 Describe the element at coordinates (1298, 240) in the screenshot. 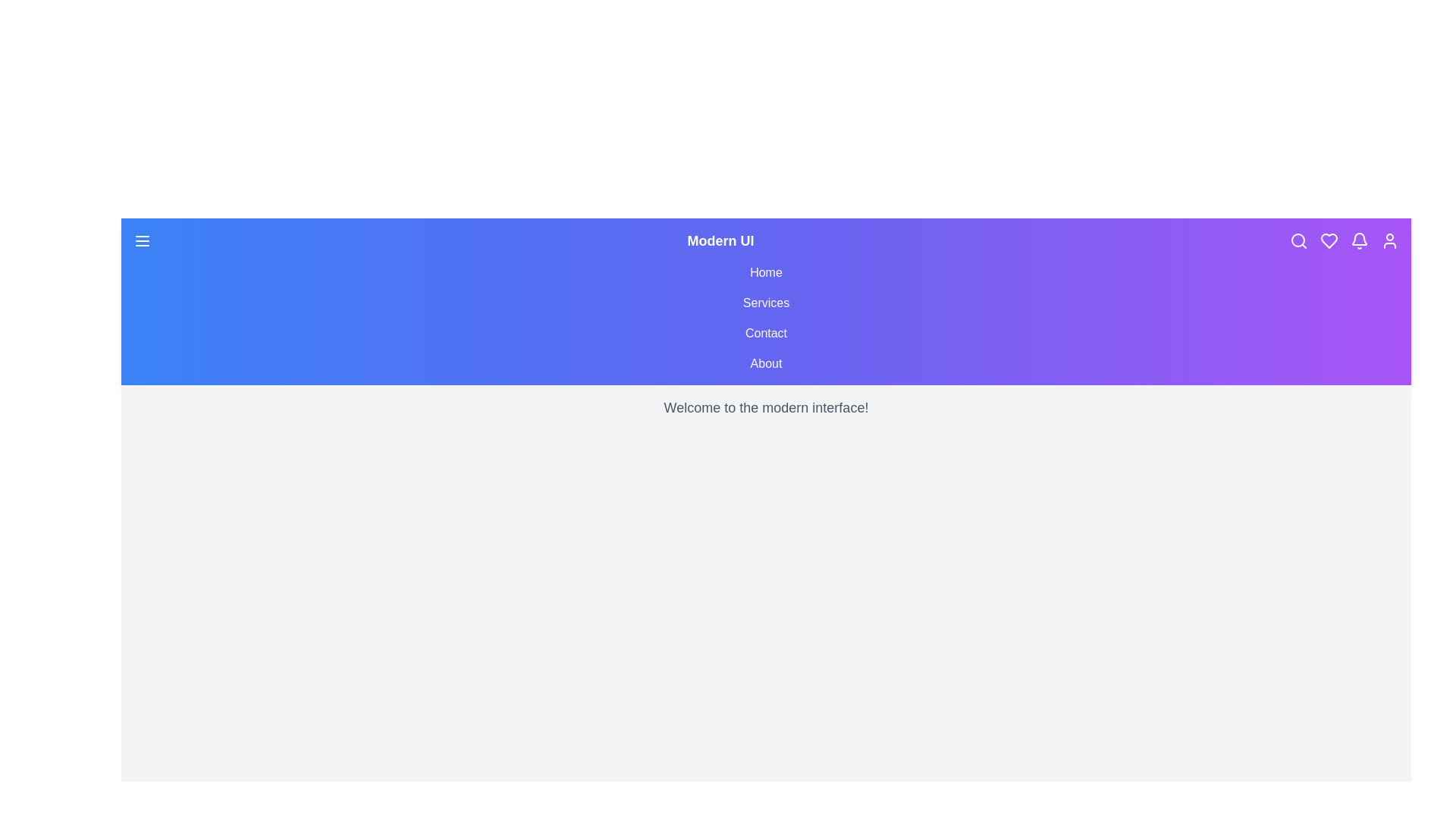

I see `the search icon to initiate a search action` at that location.